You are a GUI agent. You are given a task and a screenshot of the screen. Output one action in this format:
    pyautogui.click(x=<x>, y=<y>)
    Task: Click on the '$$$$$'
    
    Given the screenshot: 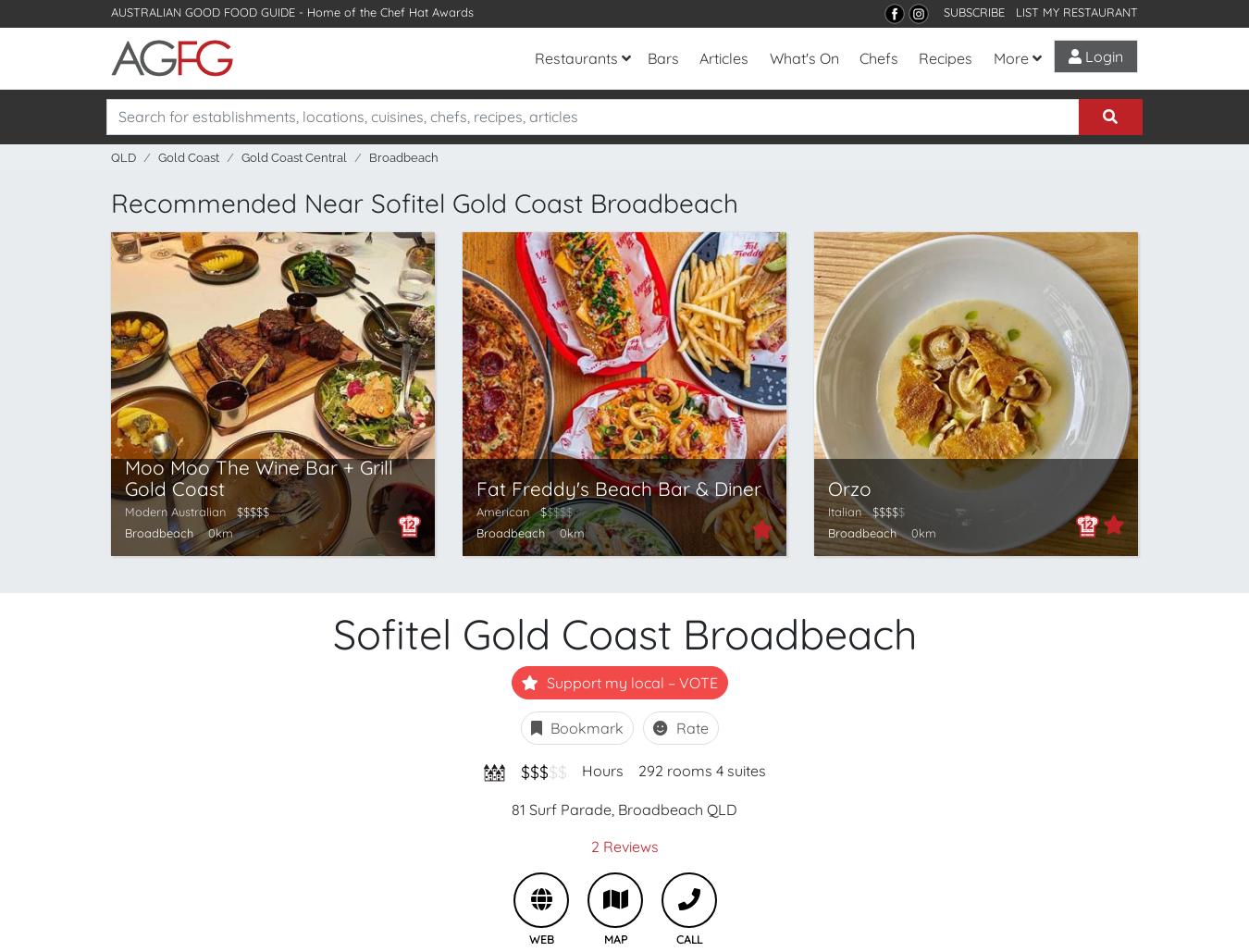 What is the action you would take?
    pyautogui.click(x=252, y=510)
    